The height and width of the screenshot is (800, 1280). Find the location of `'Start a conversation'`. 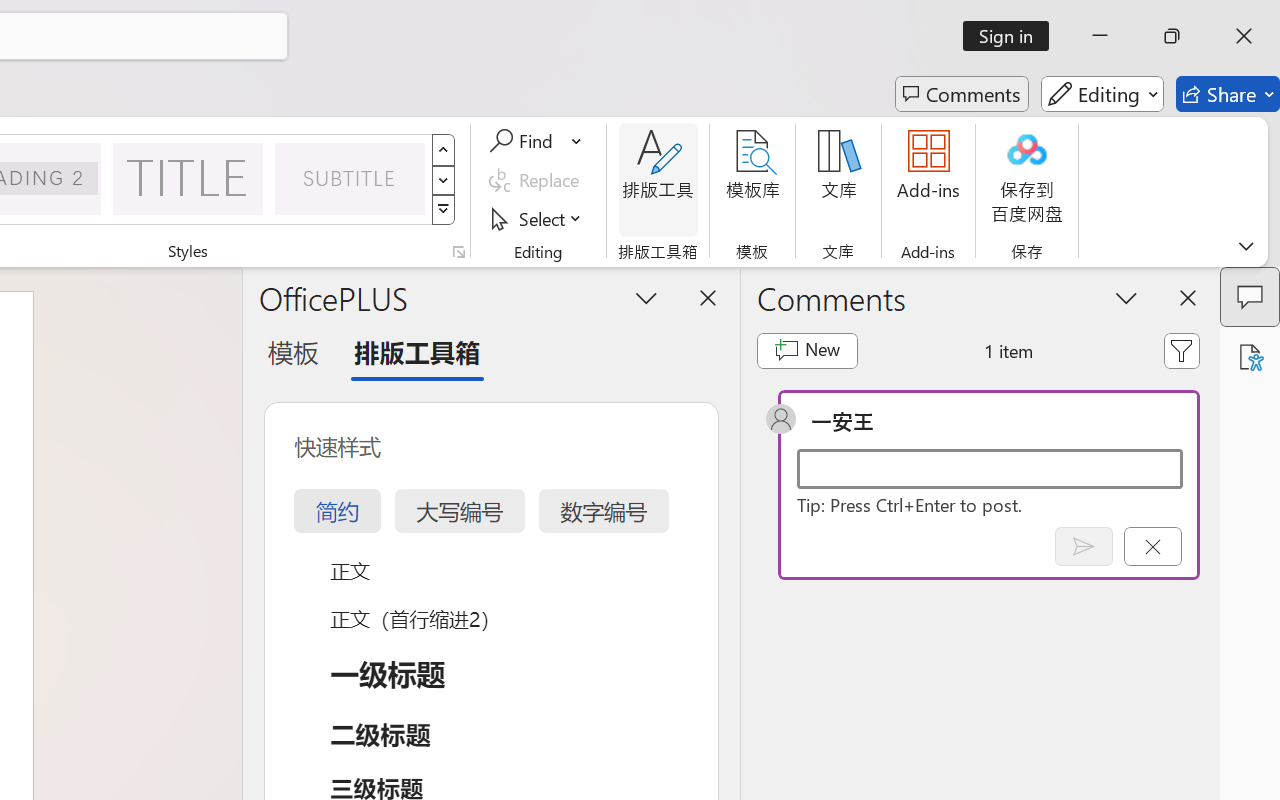

'Start a conversation' is located at coordinates (990, 469).